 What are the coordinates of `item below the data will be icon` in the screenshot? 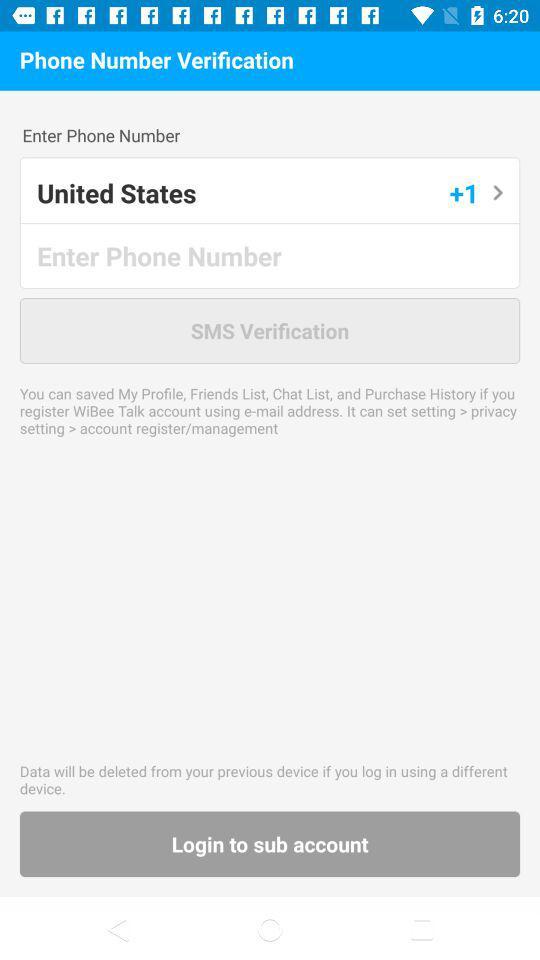 It's located at (270, 843).